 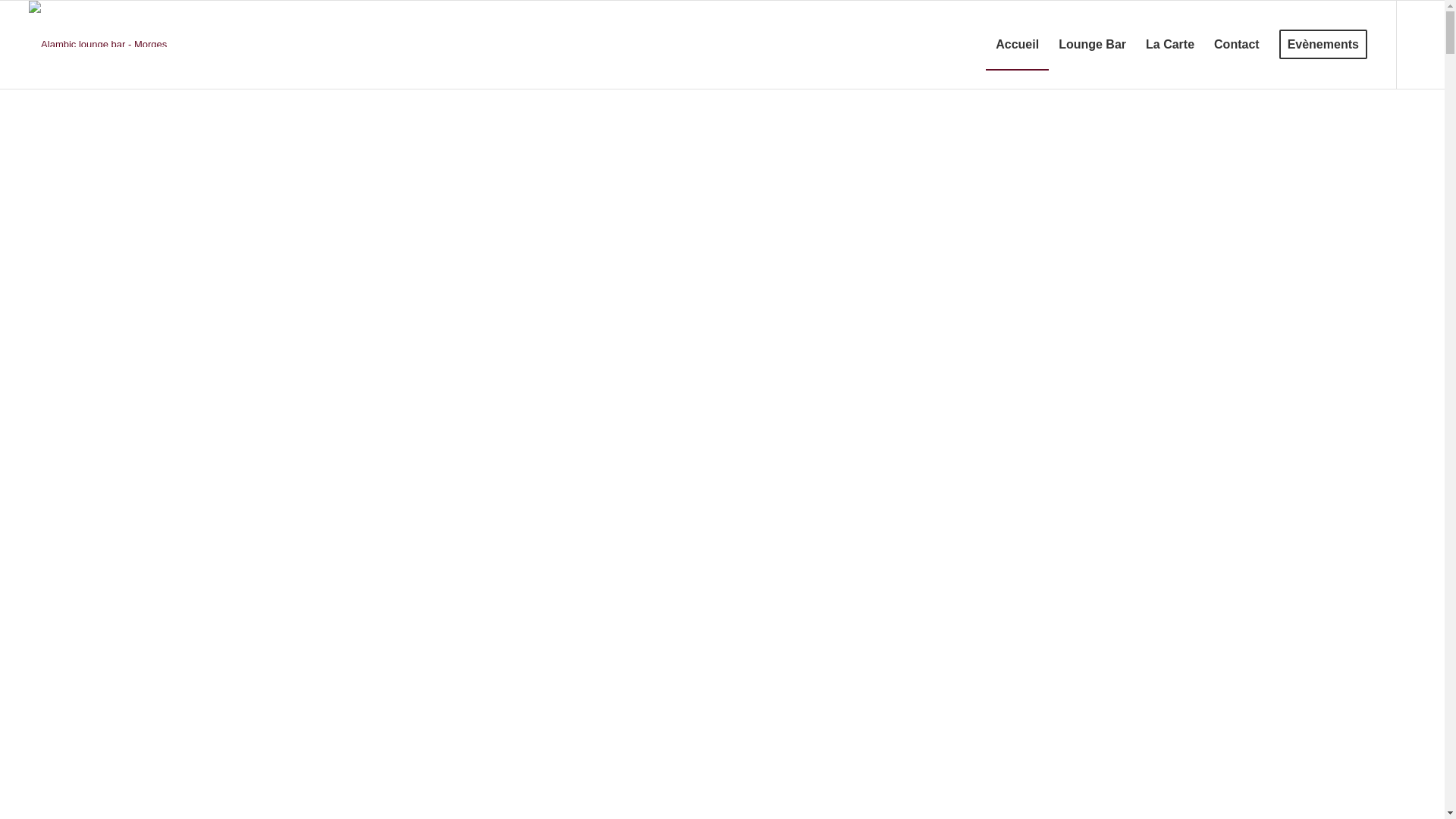 I want to click on 'La Carte', so click(x=1169, y=43).